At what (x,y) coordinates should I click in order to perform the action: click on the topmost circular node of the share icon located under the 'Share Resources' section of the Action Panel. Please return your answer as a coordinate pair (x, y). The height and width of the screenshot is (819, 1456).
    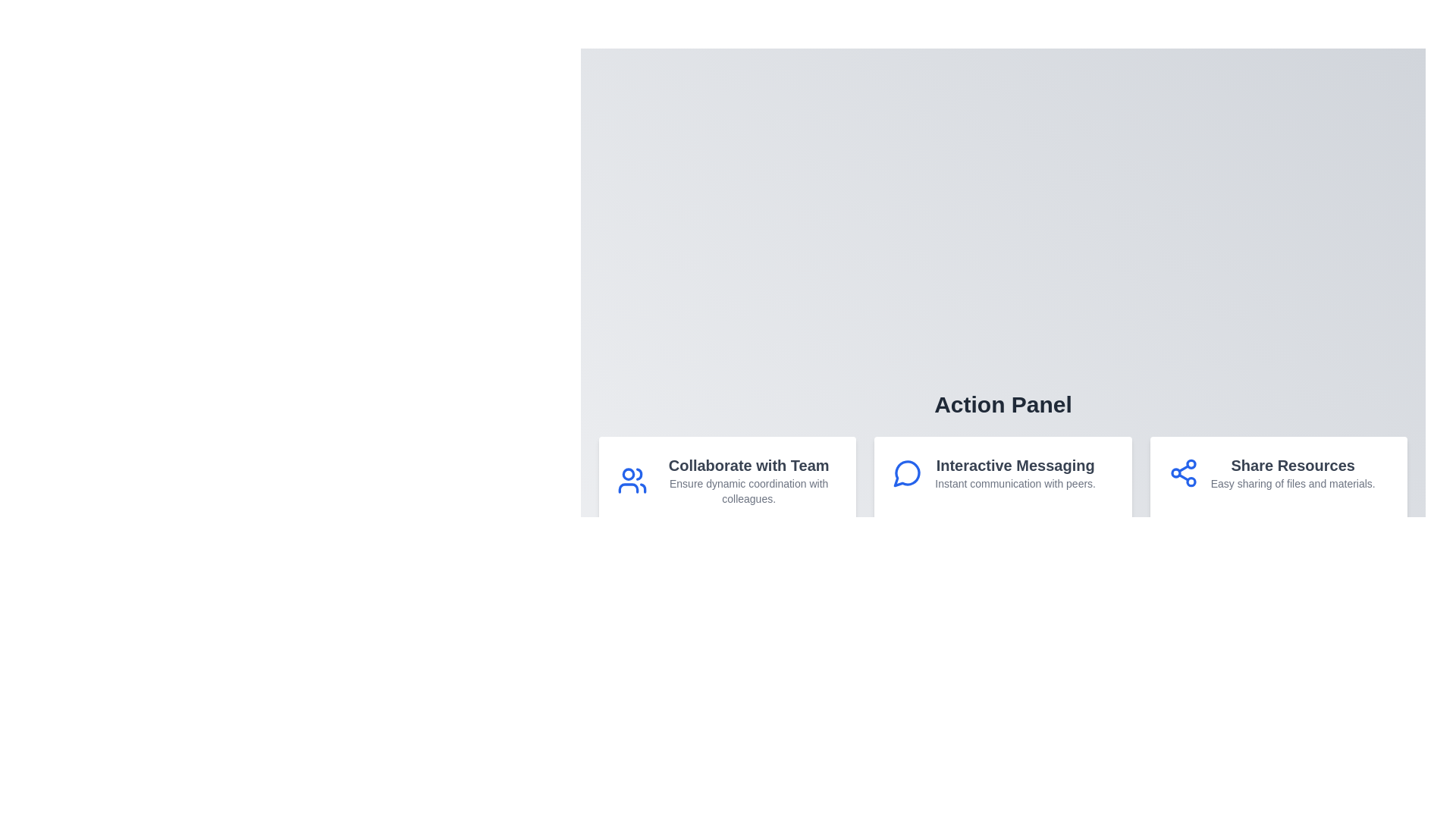
    Looking at the image, I should click on (1190, 463).